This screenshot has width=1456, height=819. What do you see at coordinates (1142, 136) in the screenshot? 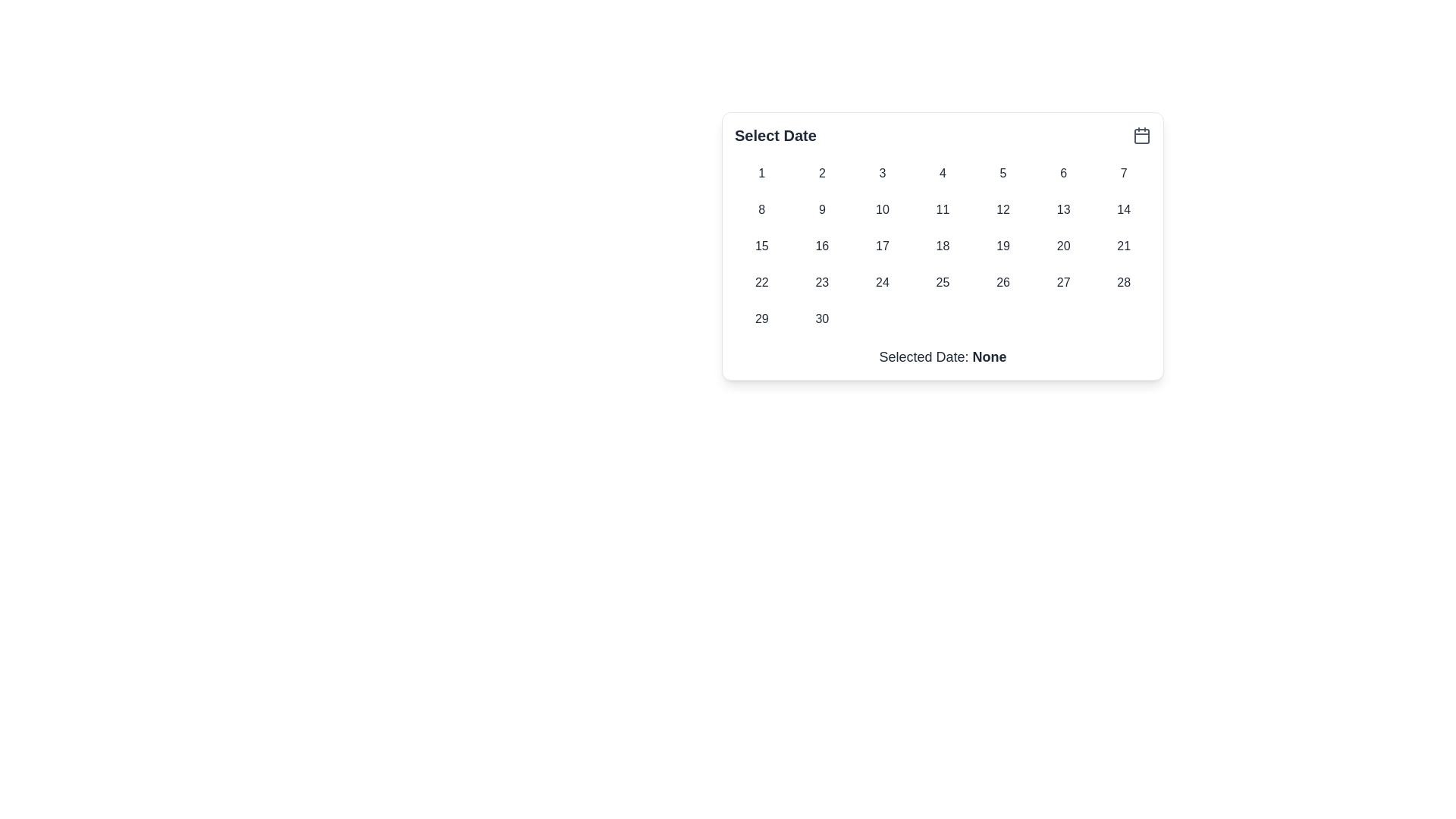
I see `the filled rectangle within the calendar icon located in the upper-right corner of the date picker panel` at bounding box center [1142, 136].